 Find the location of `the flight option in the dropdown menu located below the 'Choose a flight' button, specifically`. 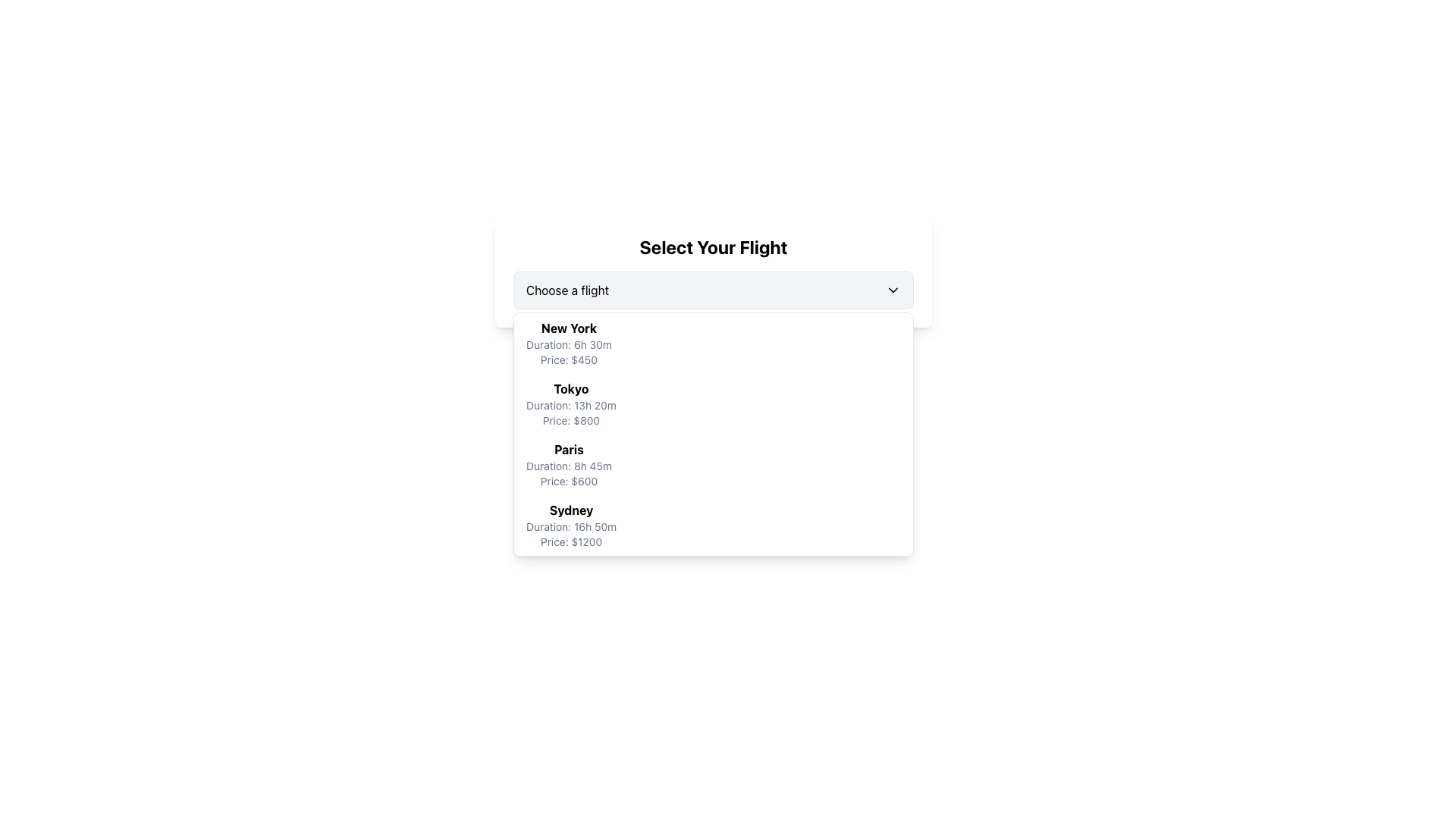

the flight option in the dropdown menu located below the 'Choose a flight' button, specifically is located at coordinates (712, 435).